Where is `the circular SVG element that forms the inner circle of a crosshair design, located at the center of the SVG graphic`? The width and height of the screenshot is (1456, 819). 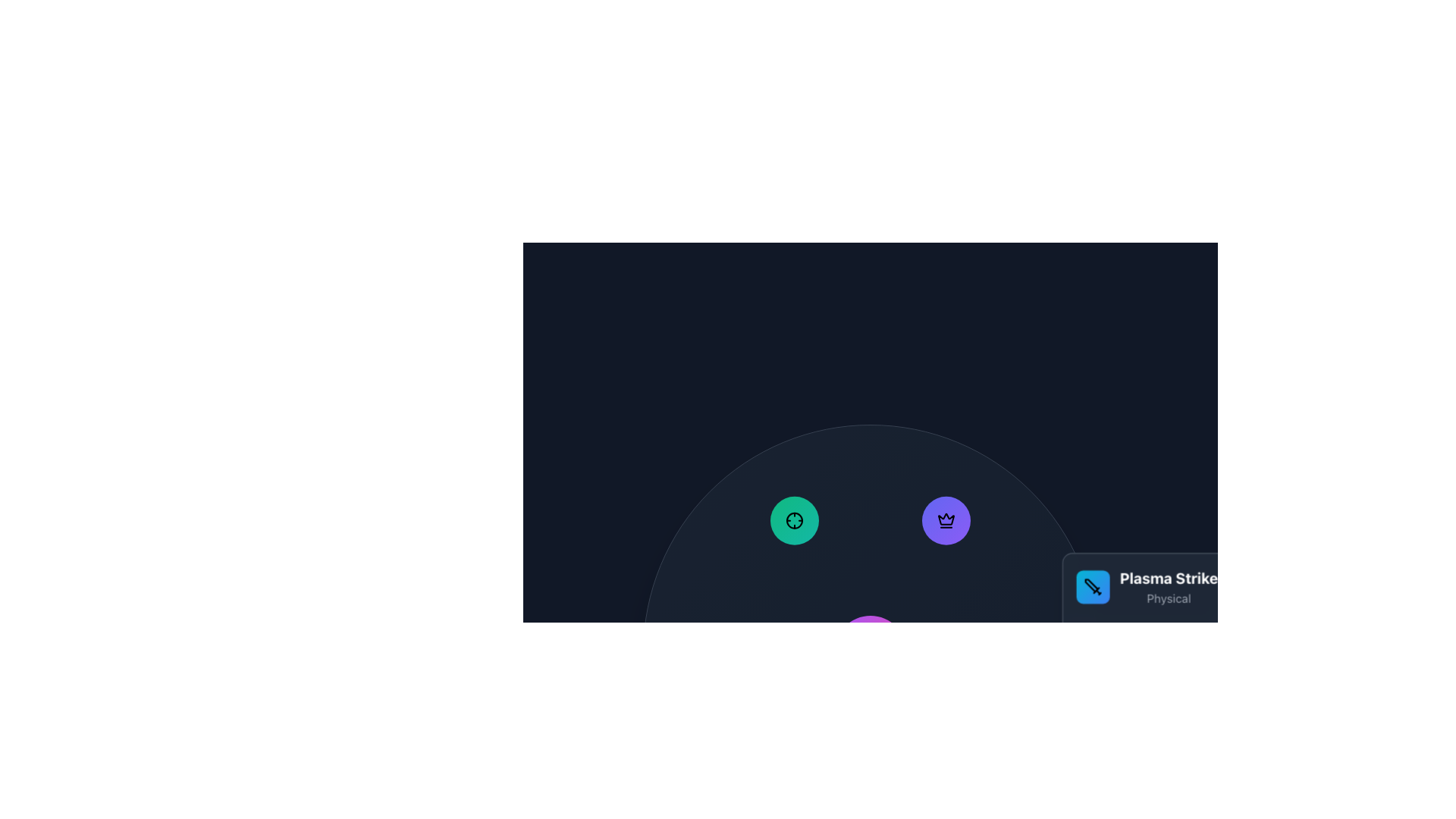 the circular SVG element that forms the inner circle of a crosshair design, located at the center of the SVG graphic is located at coordinates (793, 519).